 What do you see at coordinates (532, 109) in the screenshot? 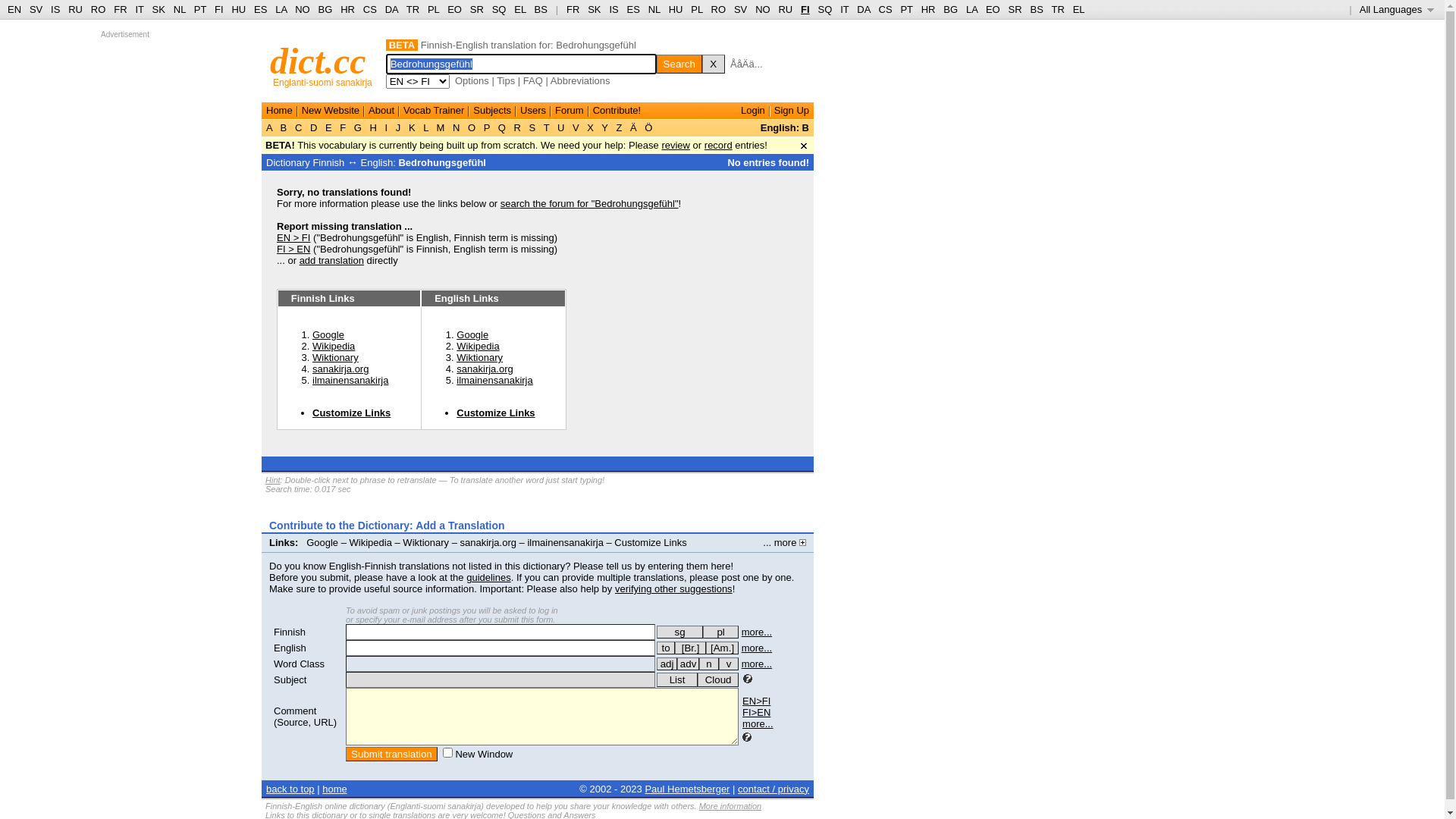
I see `'Users'` at bounding box center [532, 109].